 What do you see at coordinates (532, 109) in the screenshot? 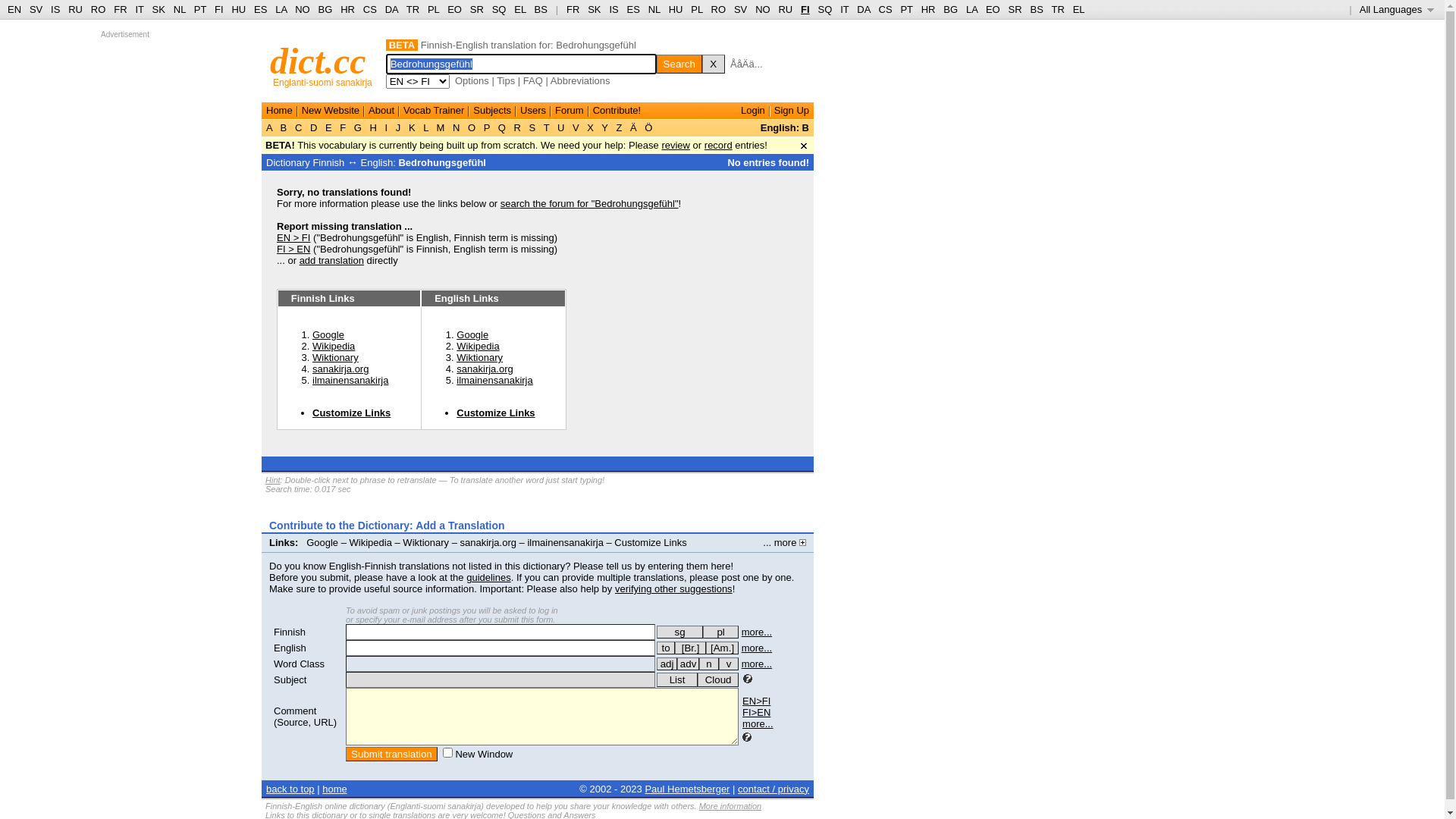
I see `'Users'` at bounding box center [532, 109].